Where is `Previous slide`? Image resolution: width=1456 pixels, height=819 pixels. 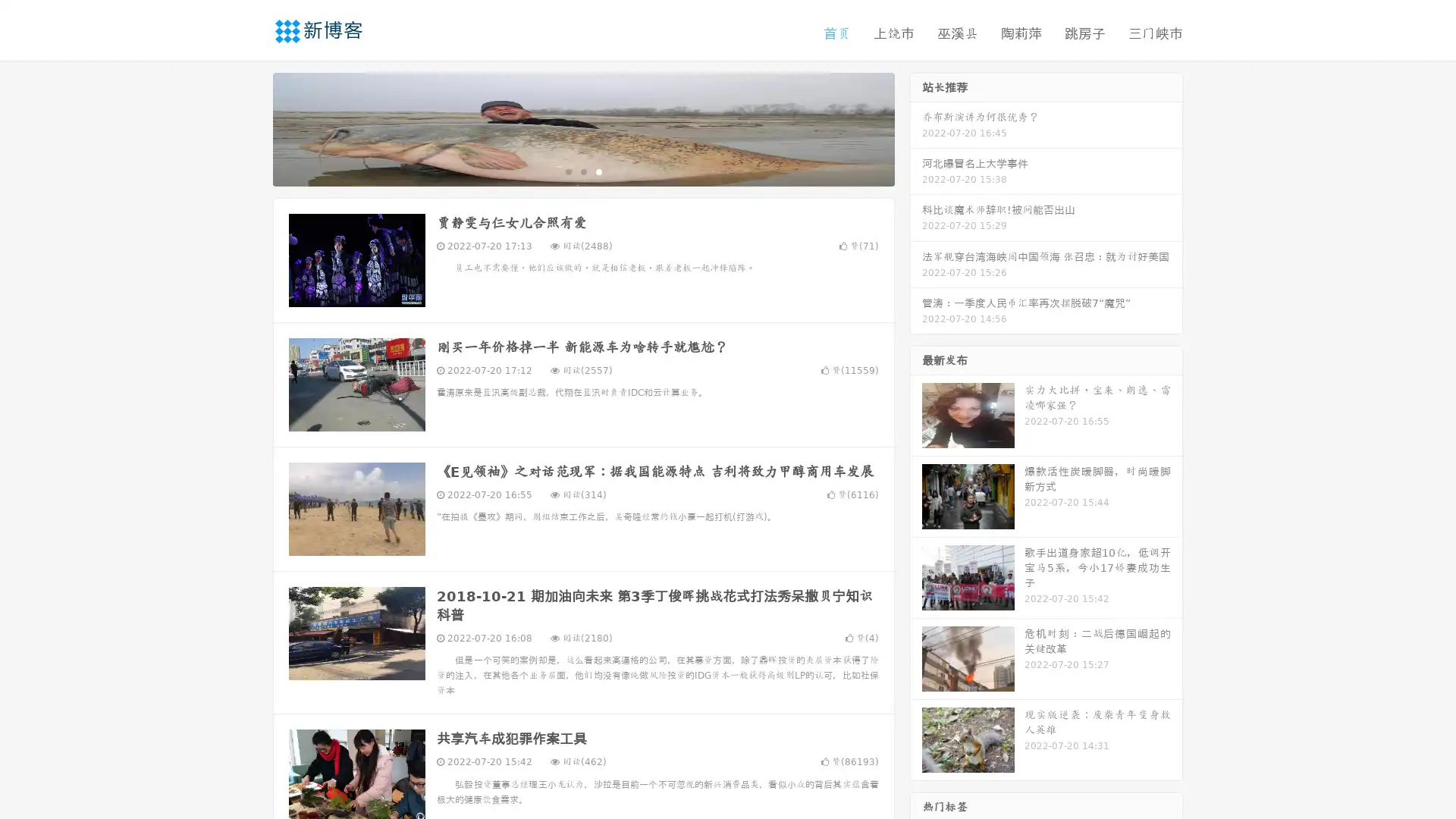 Previous slide is located at coordinates (250, 127).